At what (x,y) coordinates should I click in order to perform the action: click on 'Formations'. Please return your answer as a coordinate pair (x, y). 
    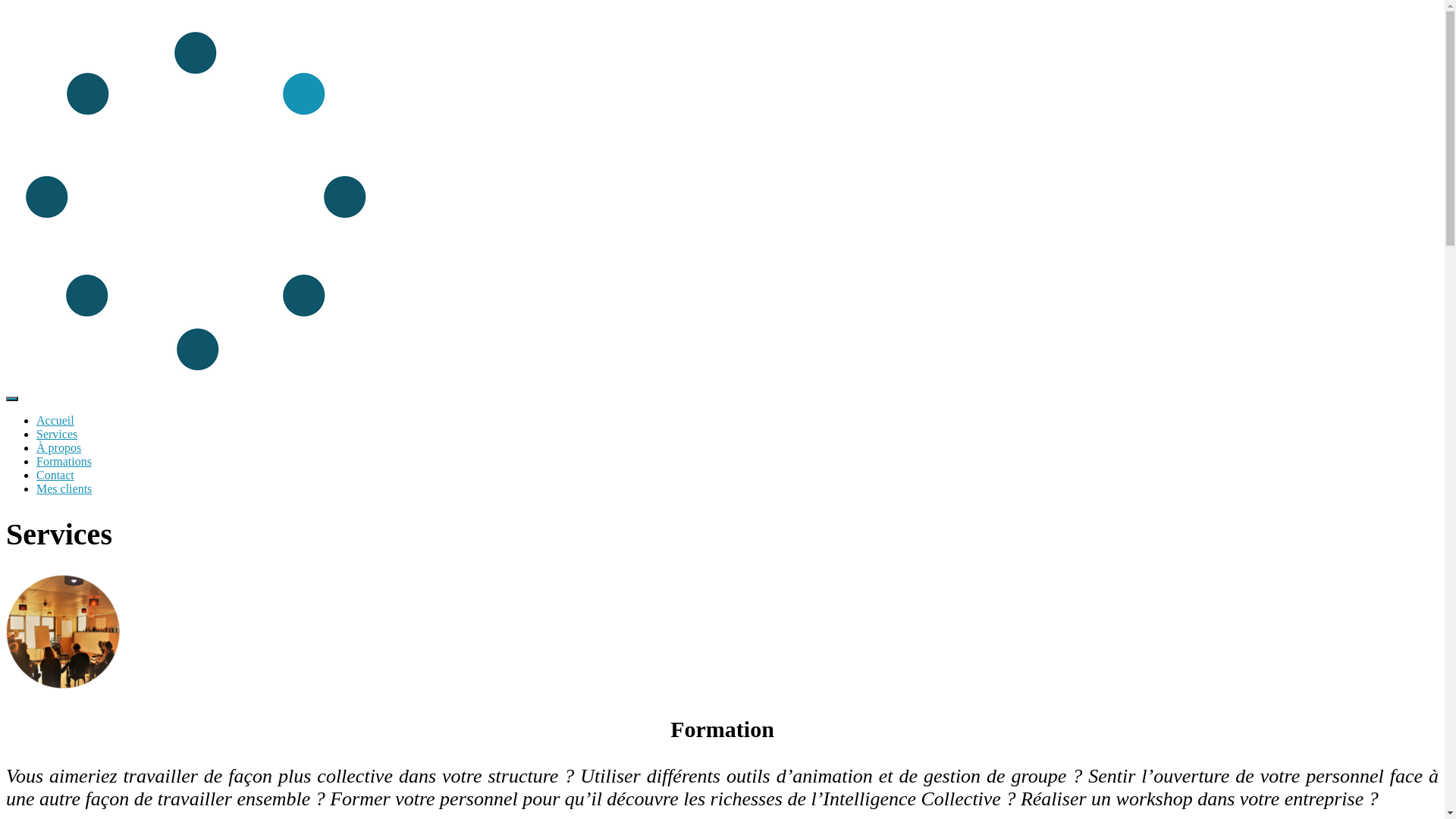
    Looking at the image, I should click on (63, 460).